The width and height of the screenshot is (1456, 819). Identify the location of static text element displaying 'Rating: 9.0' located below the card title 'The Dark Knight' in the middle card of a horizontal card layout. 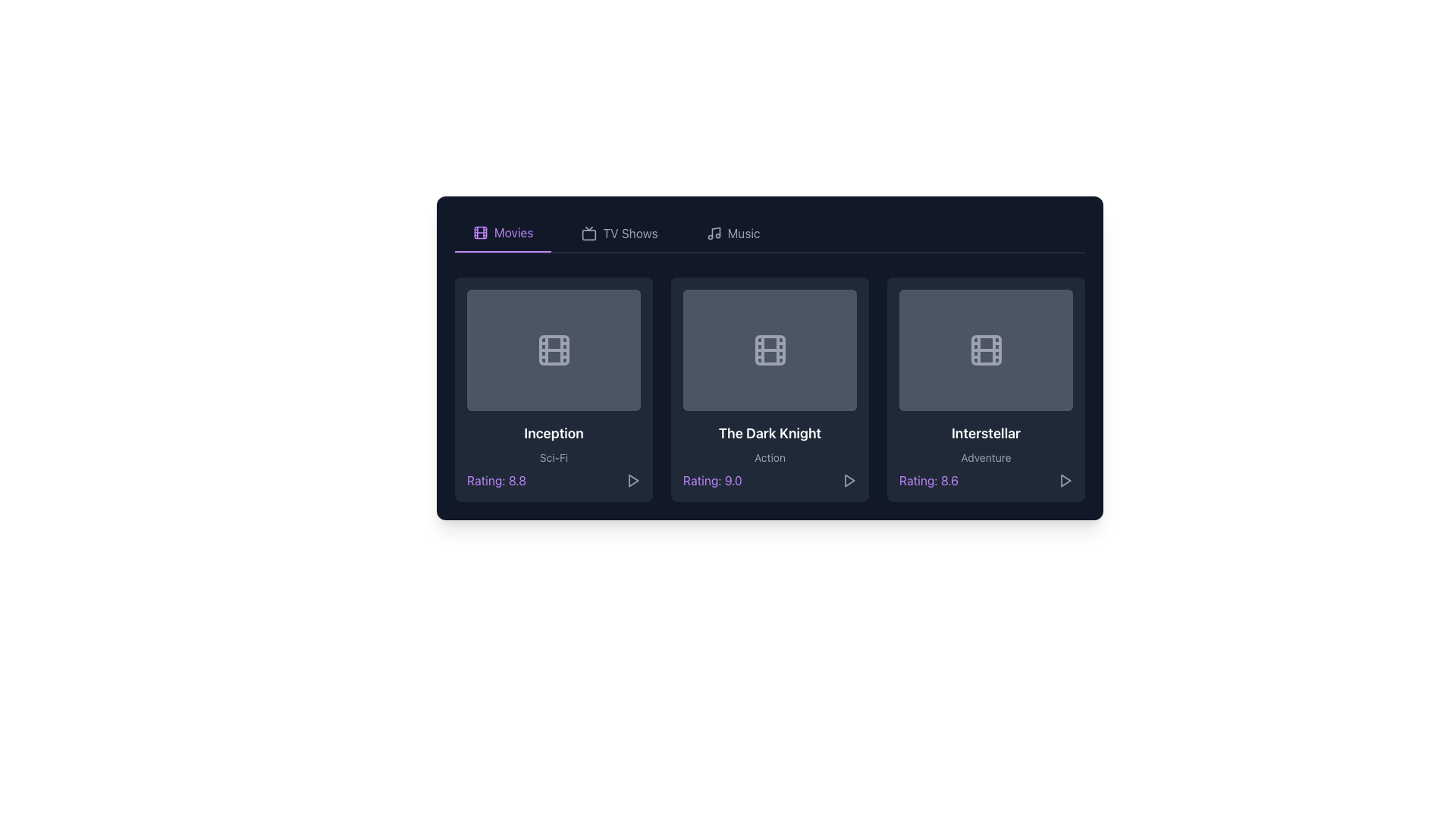
(711, 480).